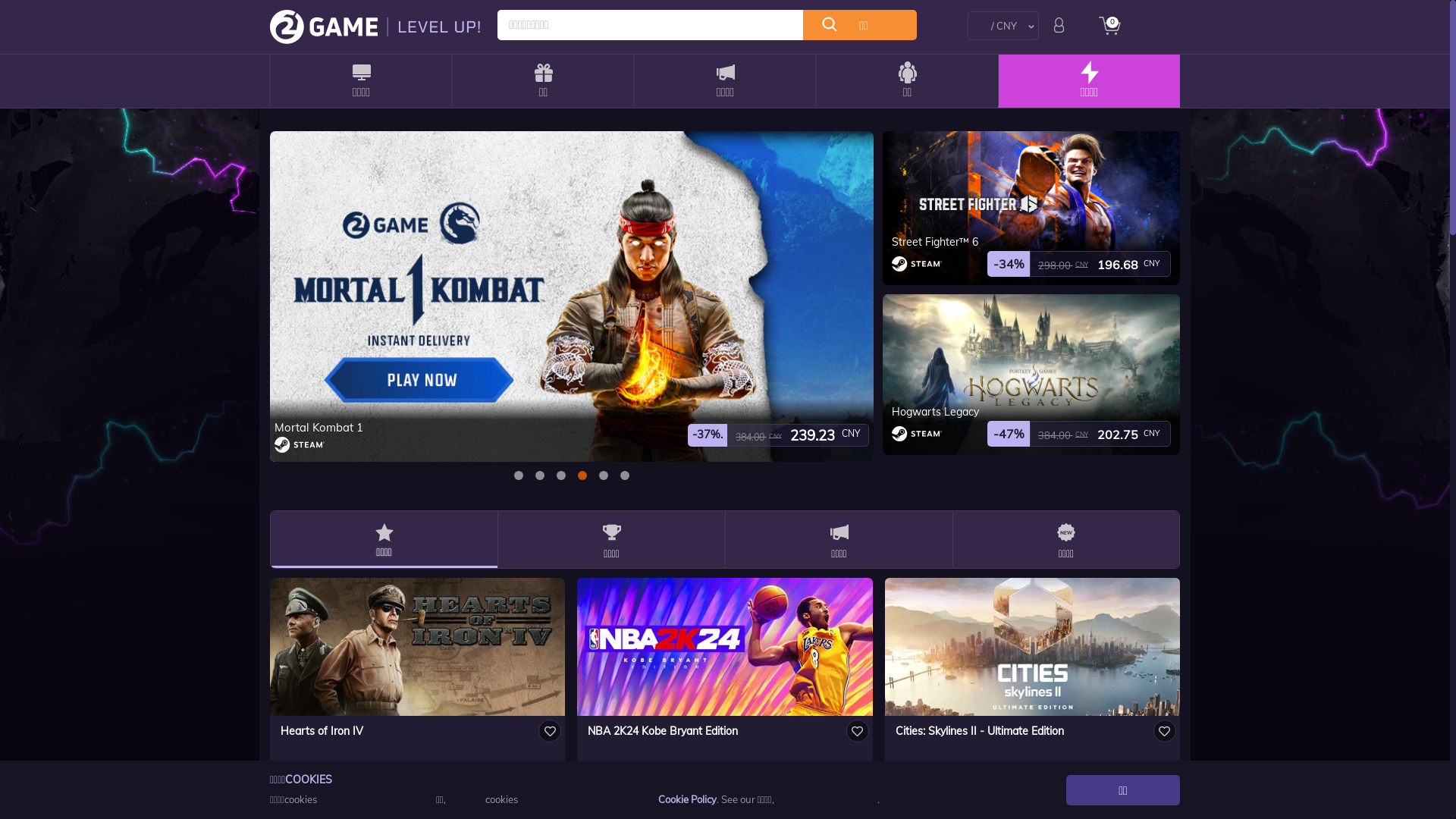  I want to click on 'login', so click(1058, 25).